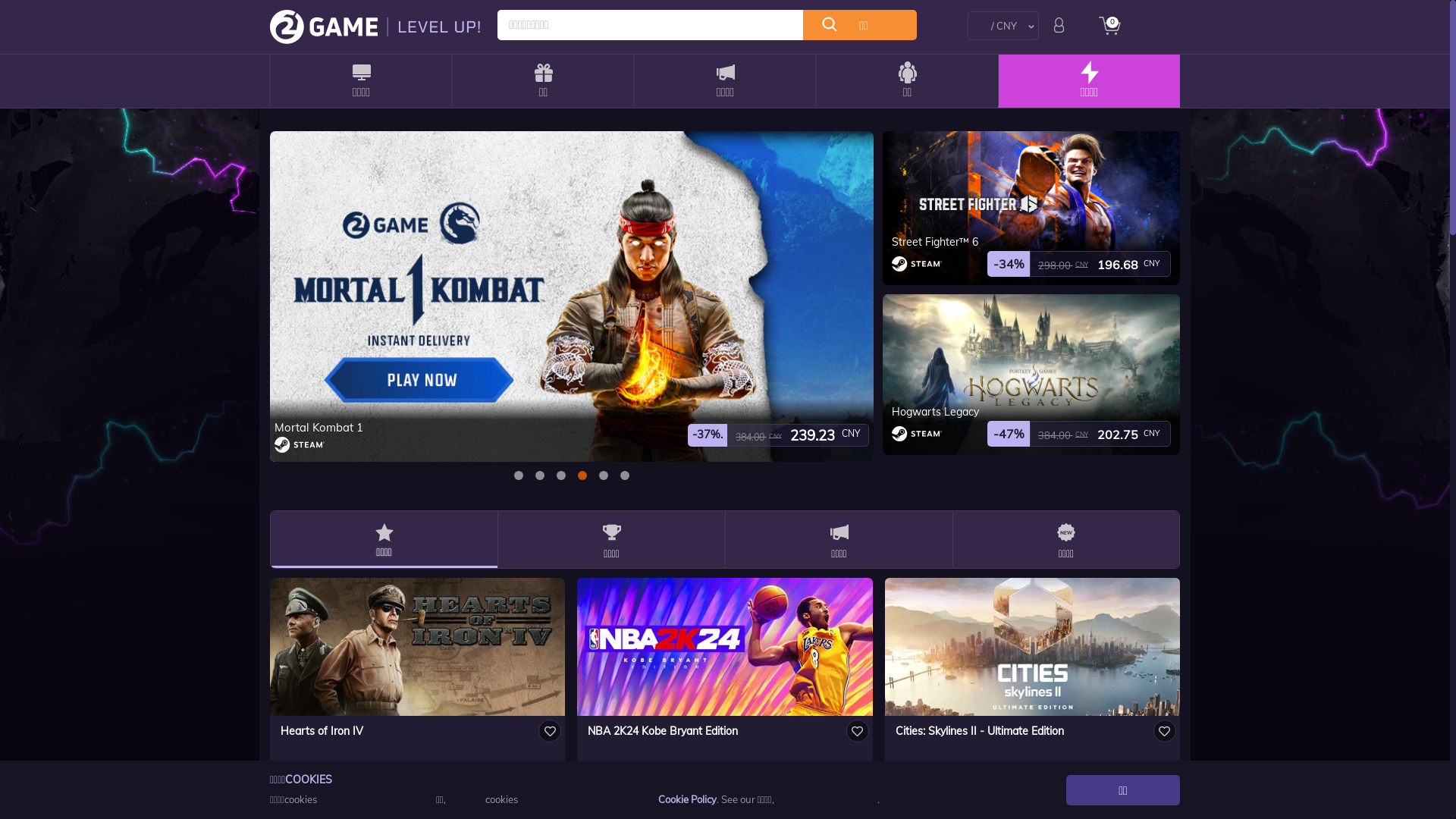  I want to click on 'login', so click(1058, 25).